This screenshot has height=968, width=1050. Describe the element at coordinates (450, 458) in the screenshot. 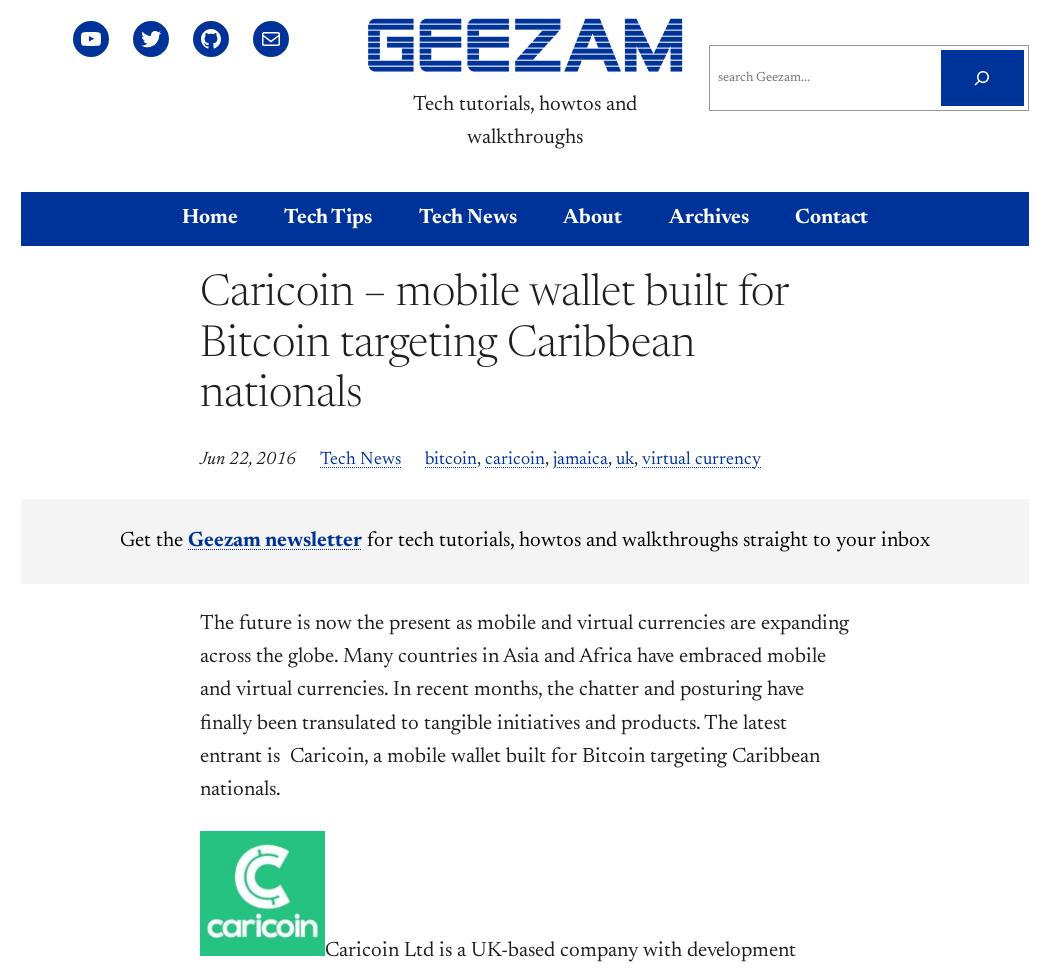

I see `'bitcoin'` at that location.